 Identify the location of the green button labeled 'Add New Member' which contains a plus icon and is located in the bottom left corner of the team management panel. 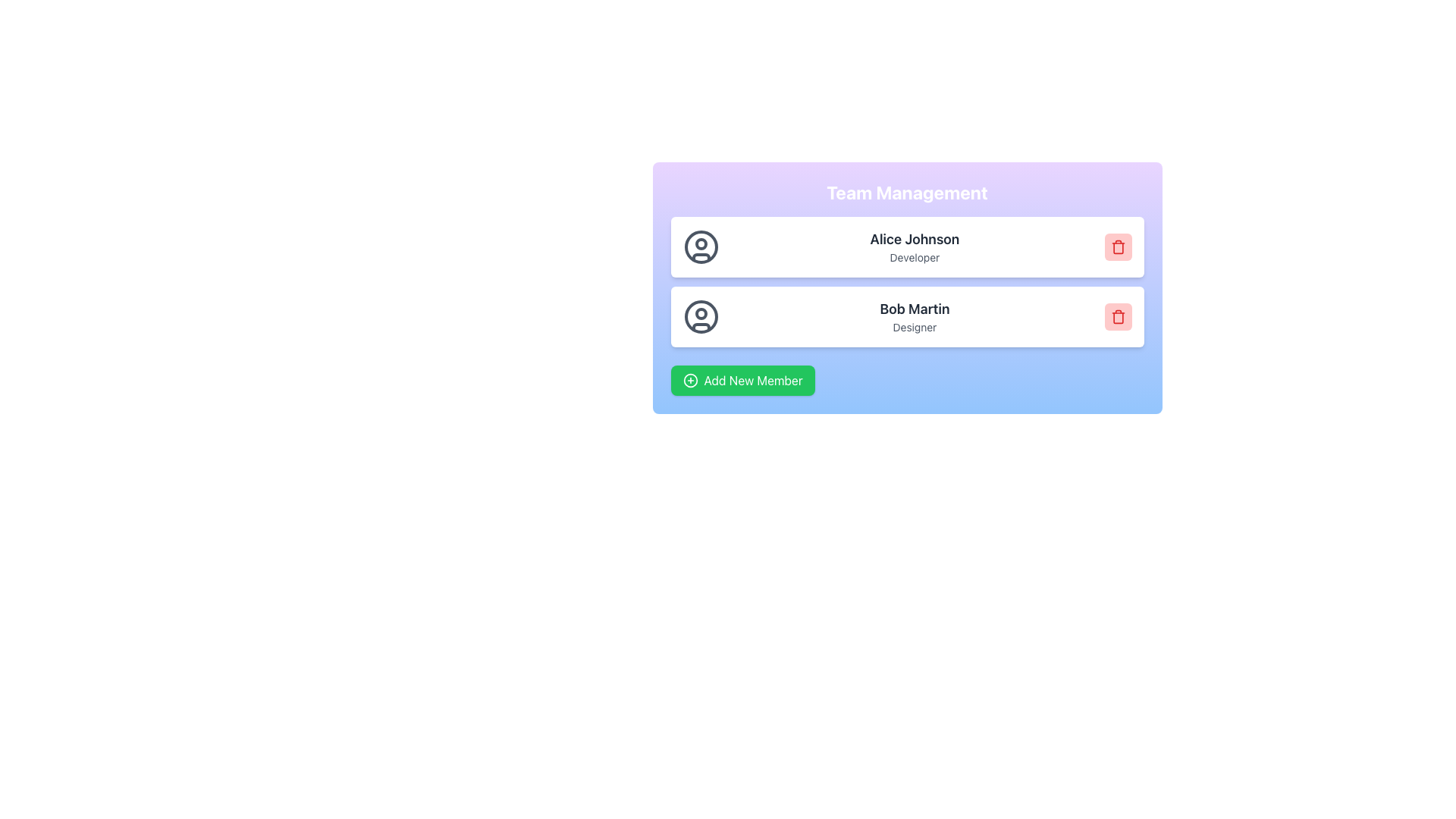
(689, 379).